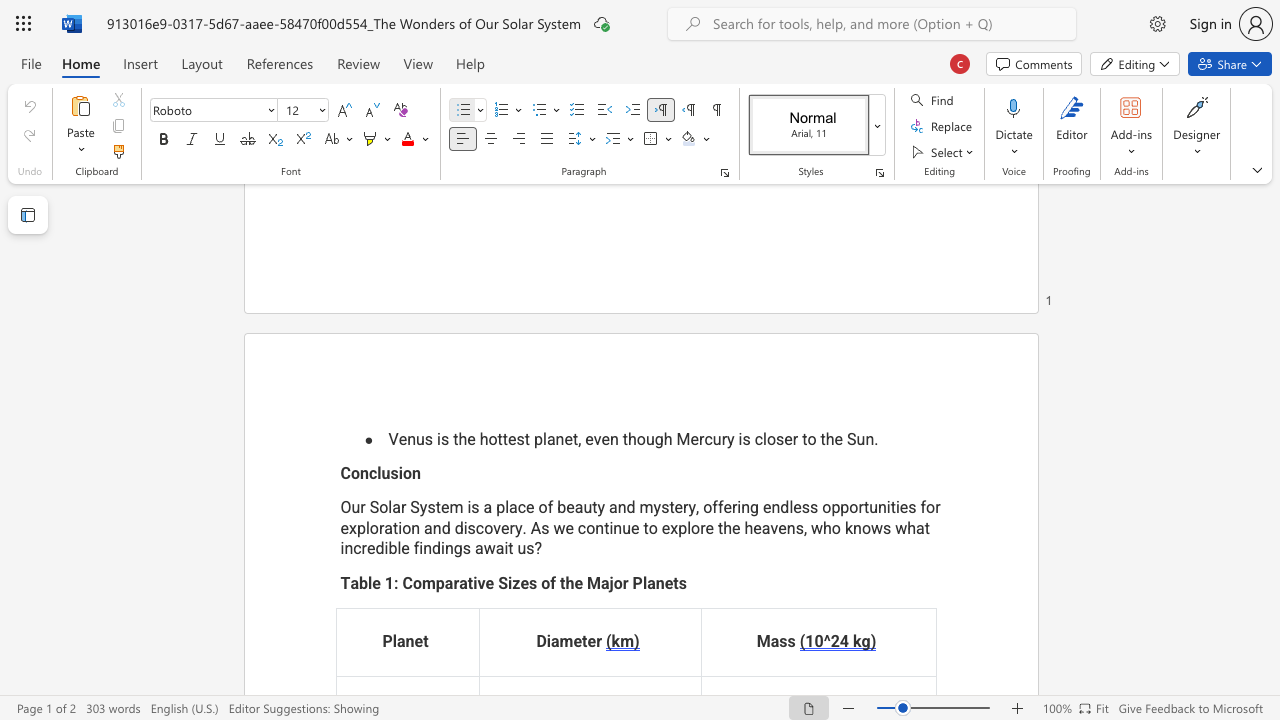 The height and width of the screenshot is (720, 1280). Describe the element at coordinates (655, 582) in the screenshot. I see `the space between the continuous character "a" and "n" in the text` at that location.